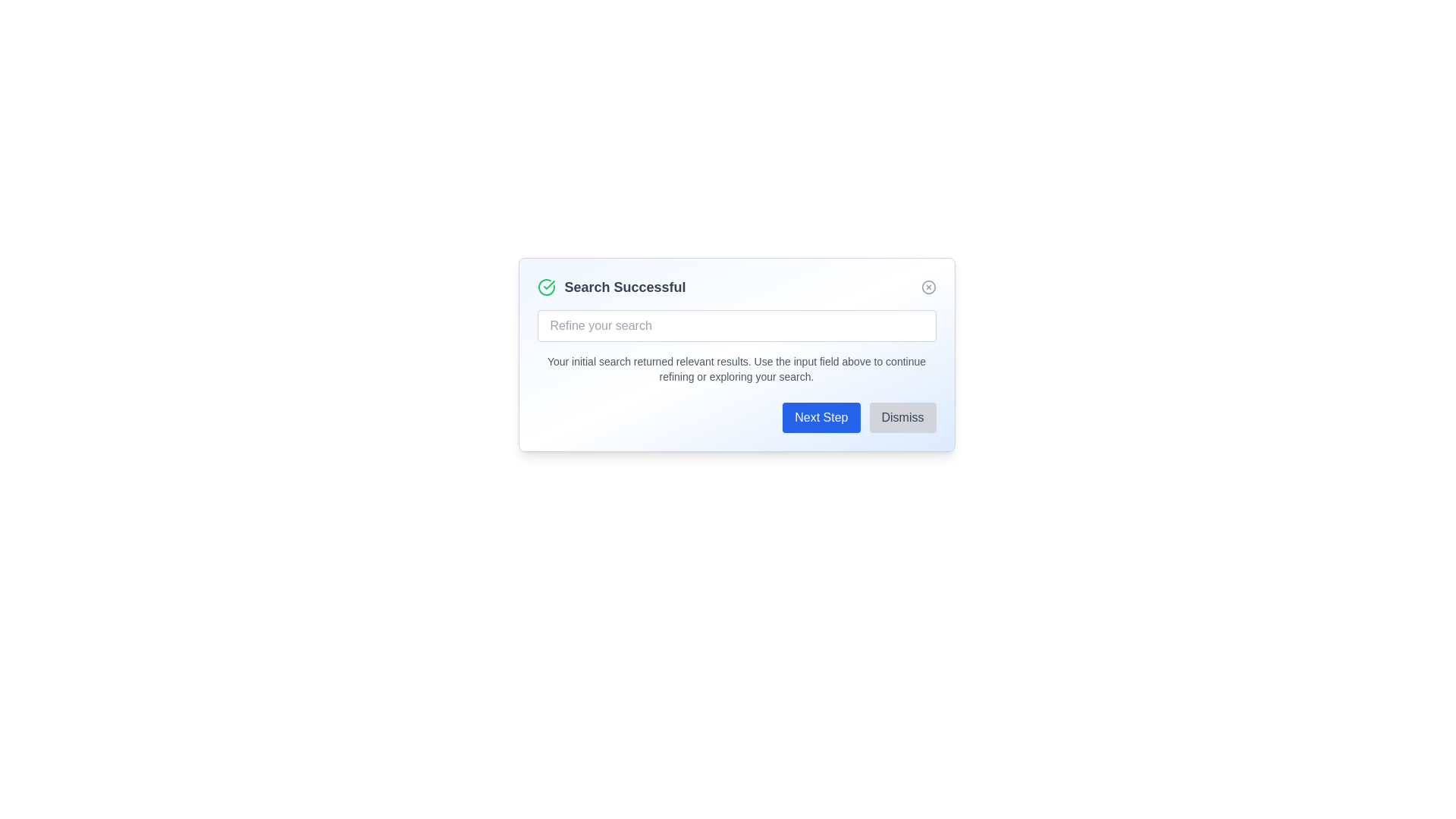  Describe the element at coordinates (927, 287) in the screenshot. I see `close button to dismiss the alert` at that location.